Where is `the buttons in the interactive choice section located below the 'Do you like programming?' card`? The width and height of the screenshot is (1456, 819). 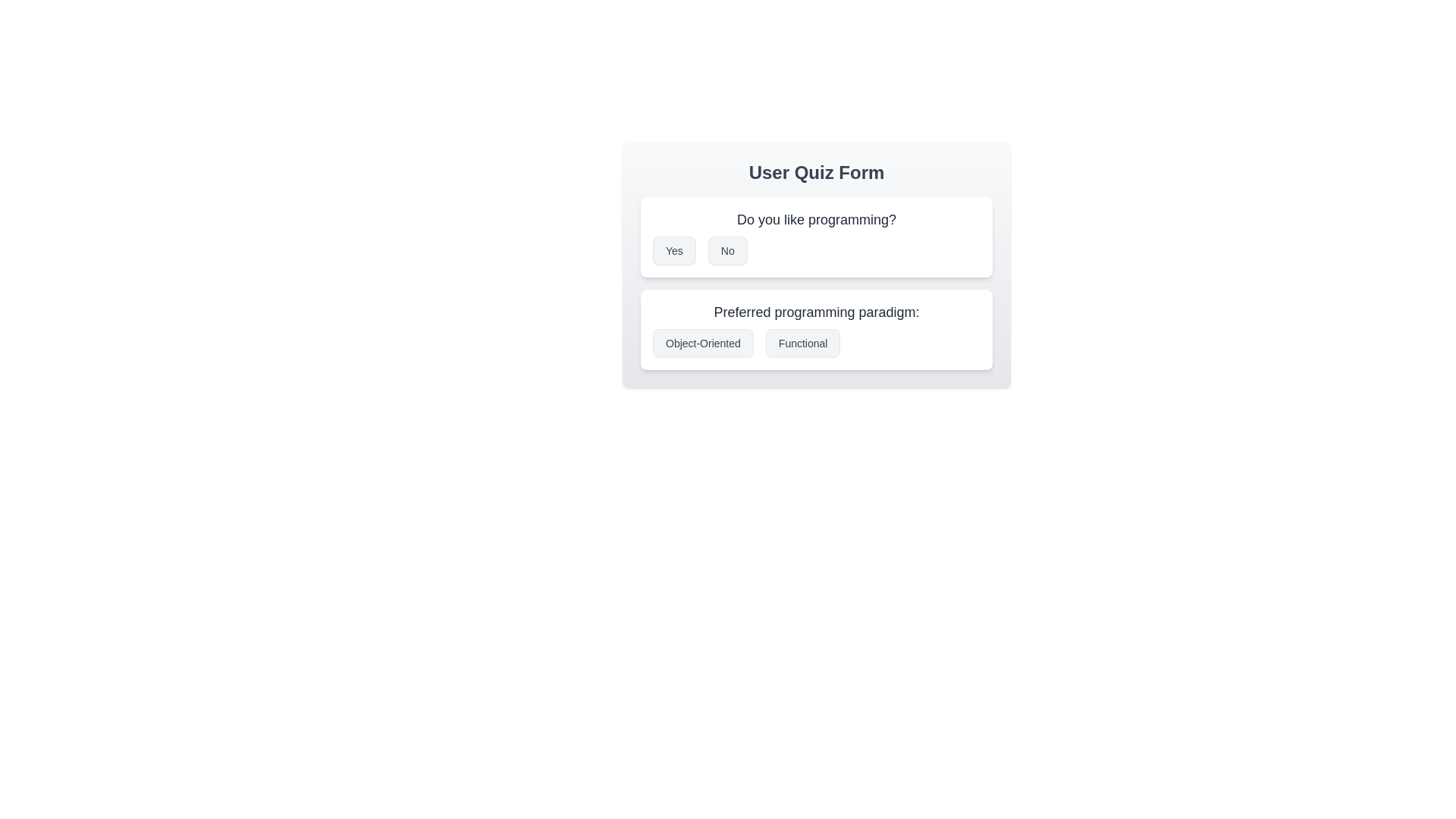
the buttons in the interactive choice section located below the 'Do you like programming?' card is located at coordinates (815, 329).